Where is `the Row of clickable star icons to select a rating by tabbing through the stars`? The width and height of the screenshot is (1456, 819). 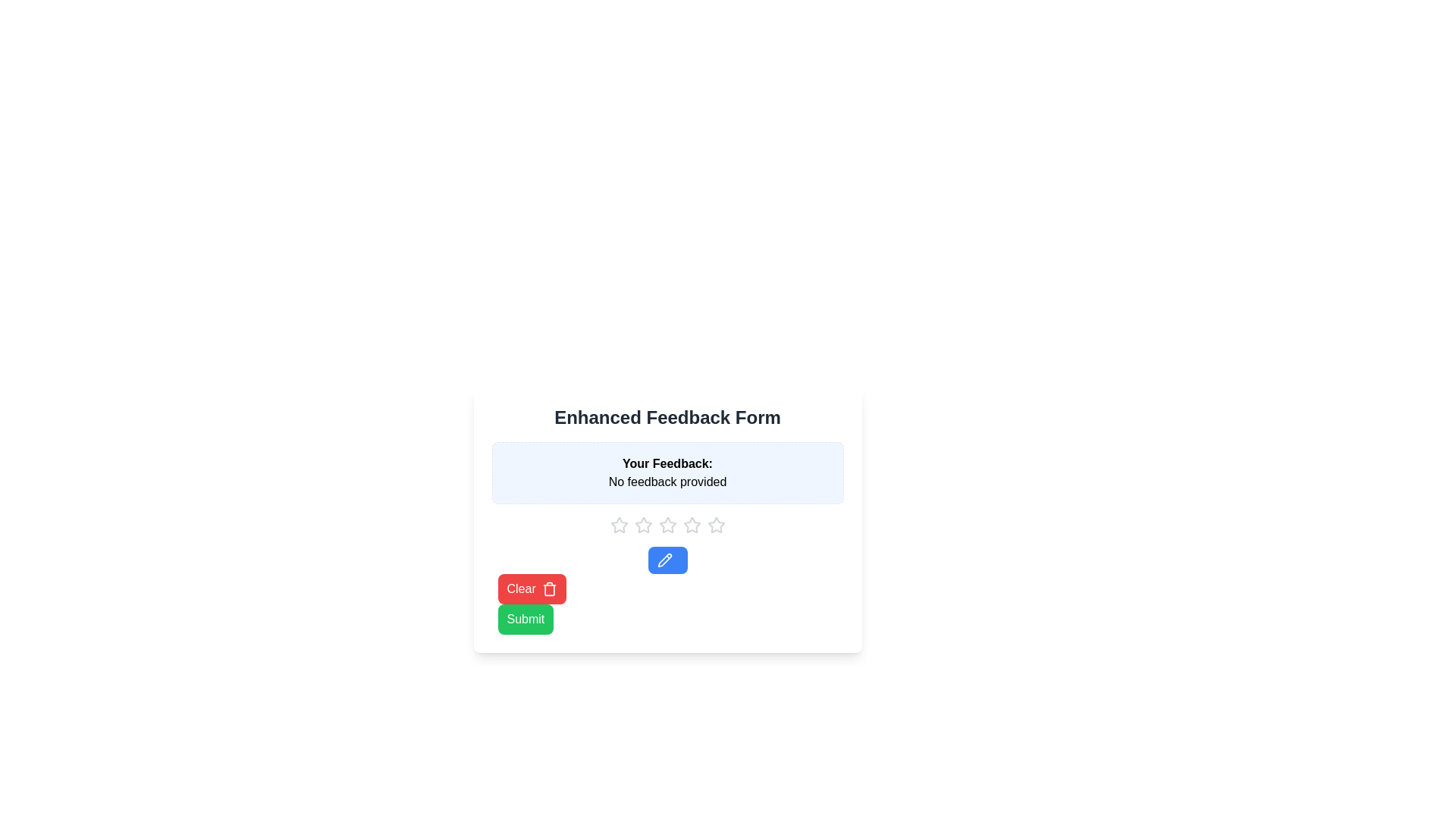 the Row of clickable star icons to select a rating by tabbing through the stars is located at coordinates (667, 525).